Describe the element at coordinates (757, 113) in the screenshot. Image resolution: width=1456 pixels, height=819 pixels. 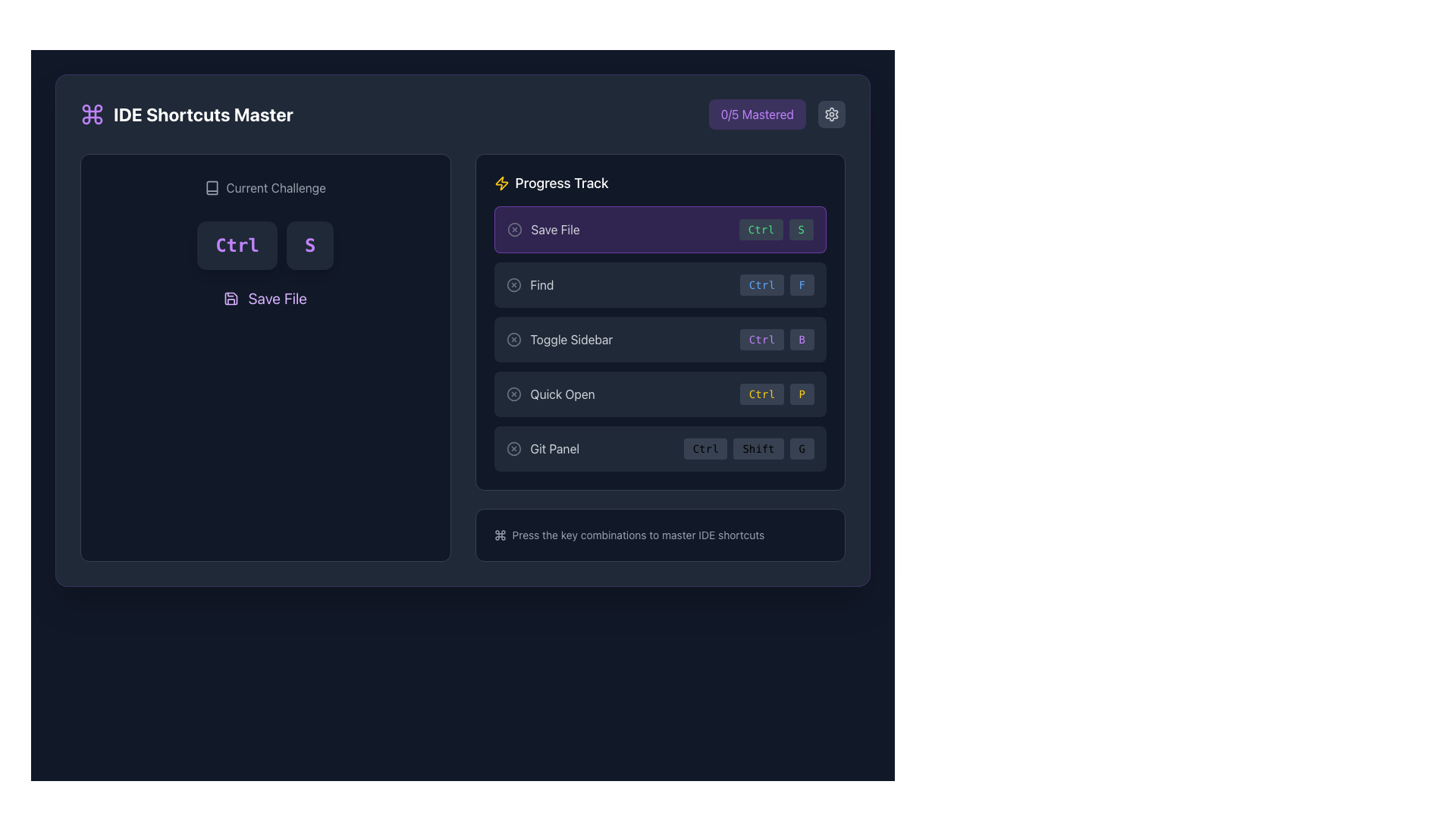
I see `the static text label displaying '0/5 Mastered', which has a light purple background and is located in the top-right corner adjacent to the settings icon` at that location.